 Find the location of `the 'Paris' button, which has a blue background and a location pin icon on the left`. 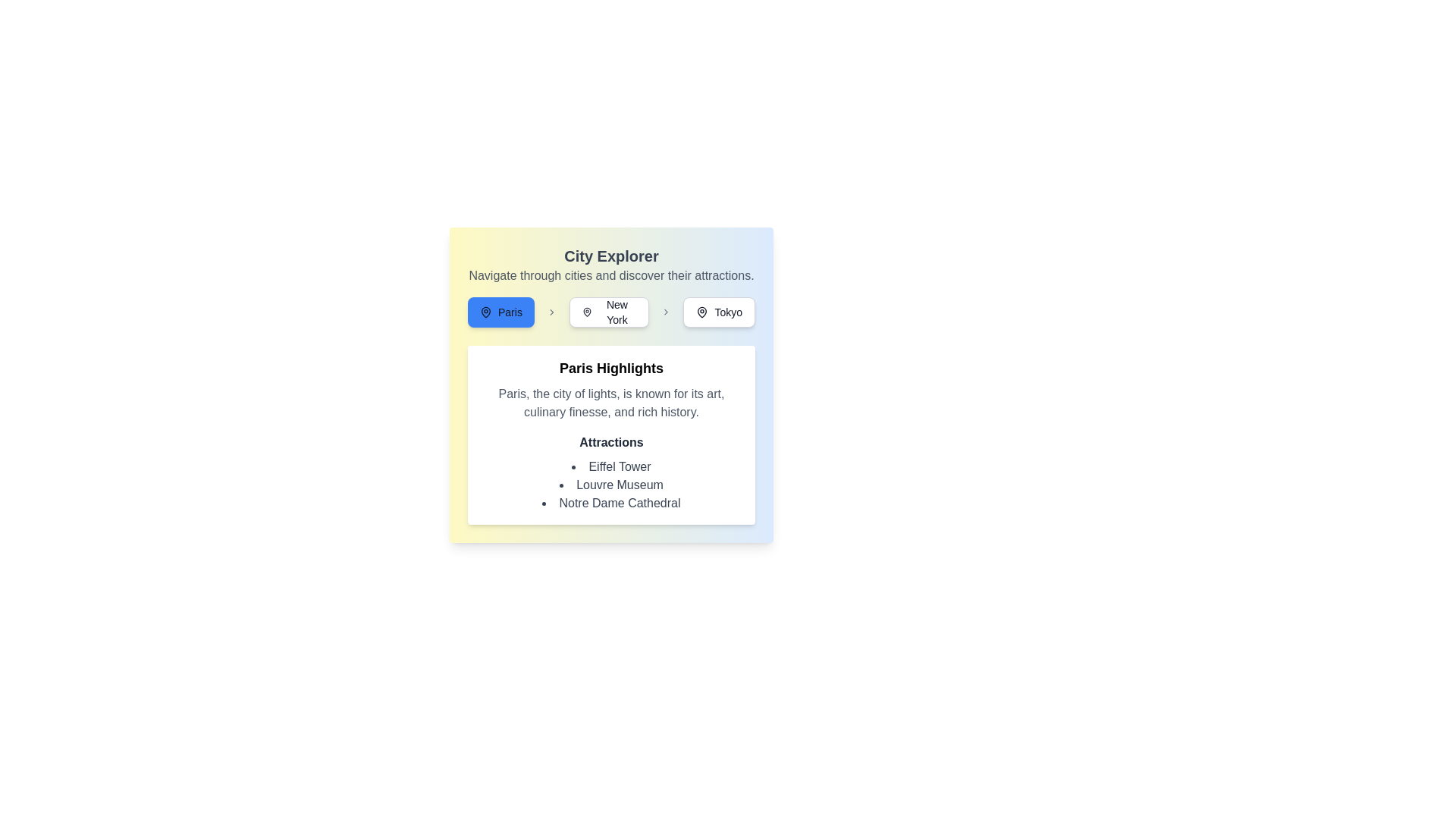

the 'Paris' button, which has a blue background and a location pin icon on the left is located at coordinates (500, 312).